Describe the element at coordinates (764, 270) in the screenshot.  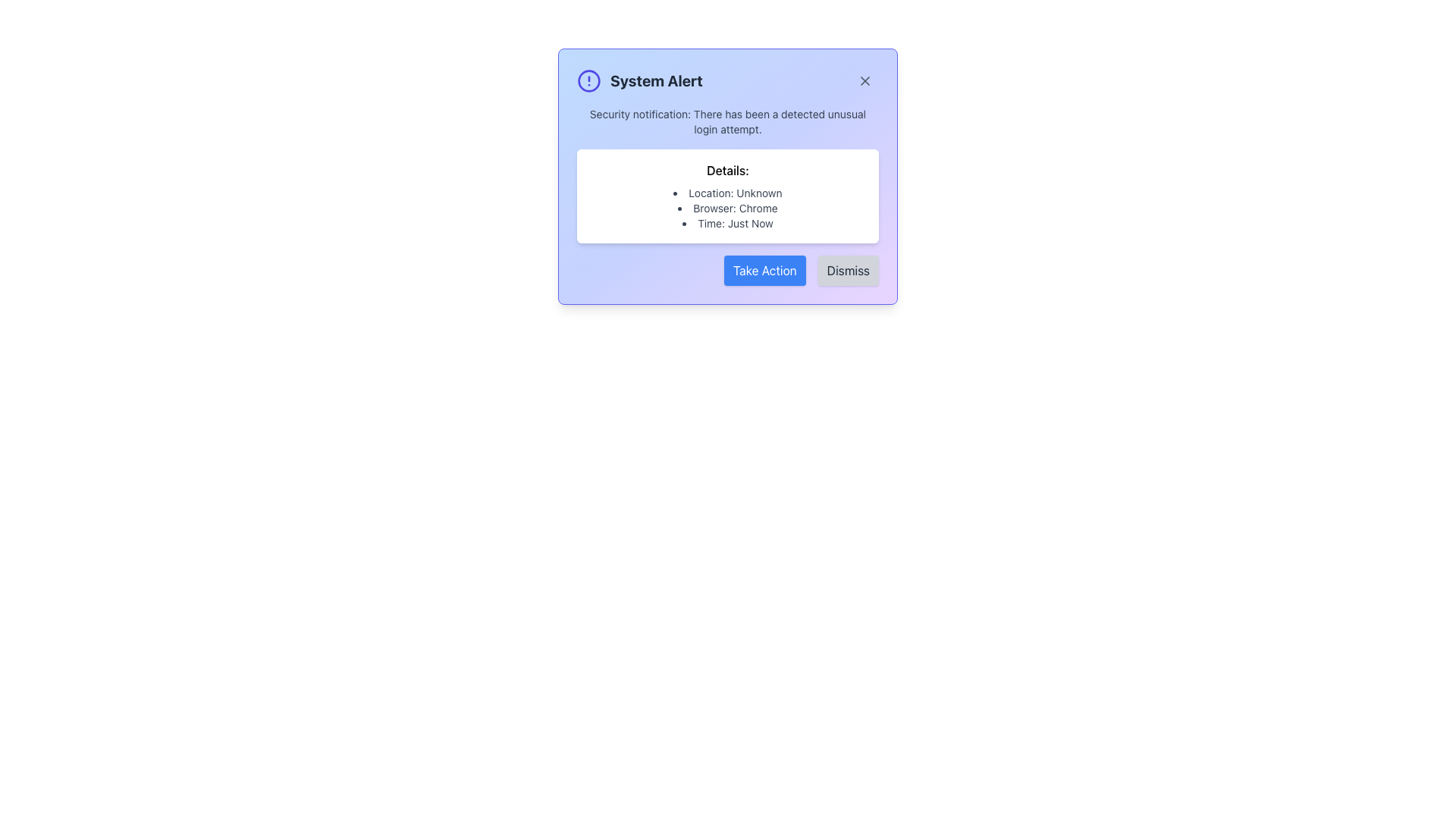
I see `the 'Take Action' button located at the bottom-right section of the alert dialog box` at that location.